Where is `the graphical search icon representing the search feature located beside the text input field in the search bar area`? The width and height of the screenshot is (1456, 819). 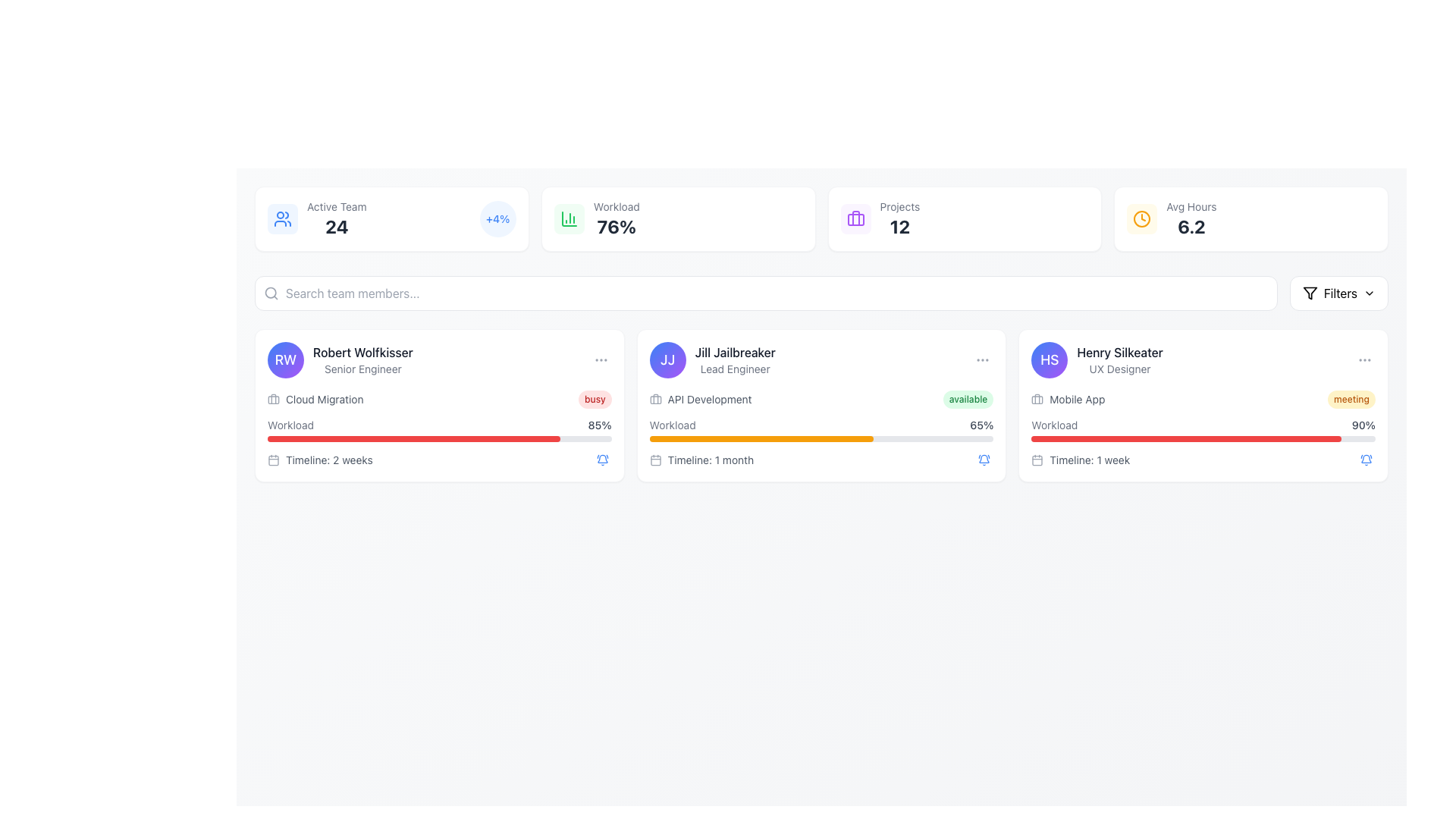
the graphical search icon representing the search feature located beside the text input field in the search bar area is located at coordinates (271, 293).